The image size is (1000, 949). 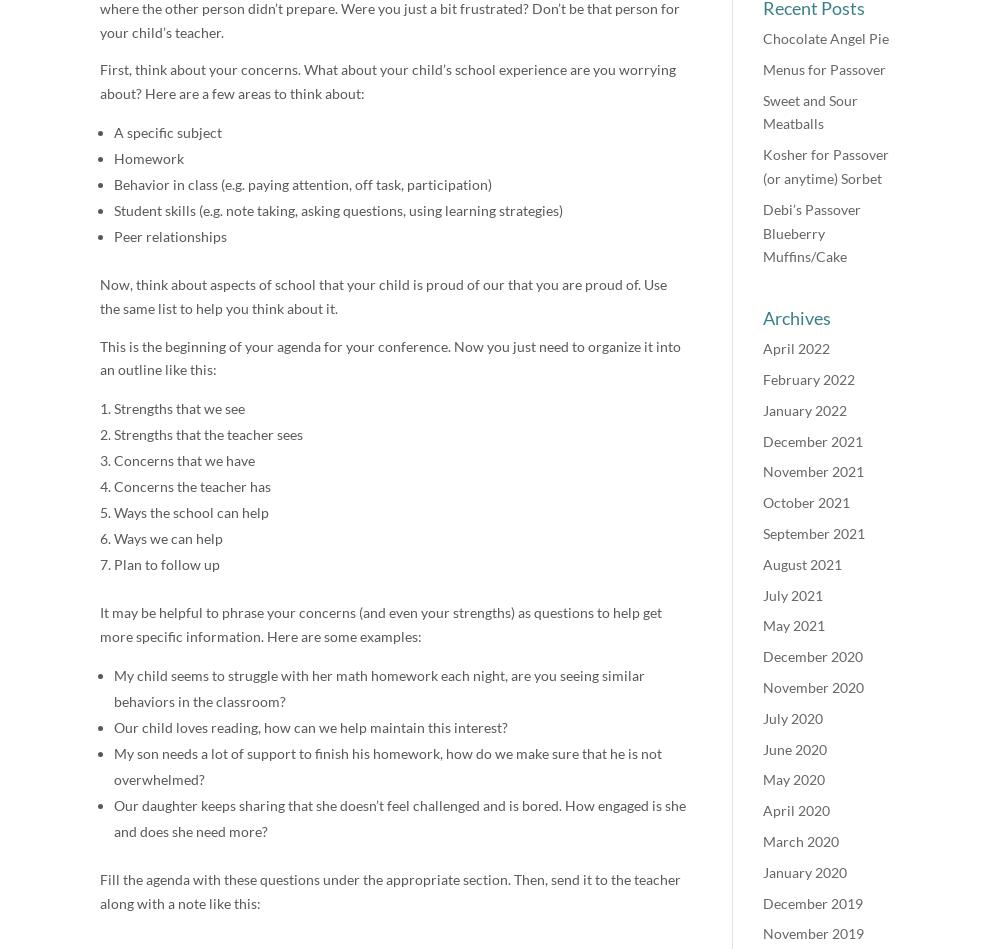 What do you see at coordinates (390, 889) in the screenshot?
I see `'Fill the agenda with these questions under the appropriate section. Then, send it to the teacher along with a note like this:'` at bounding box center [390, 889].